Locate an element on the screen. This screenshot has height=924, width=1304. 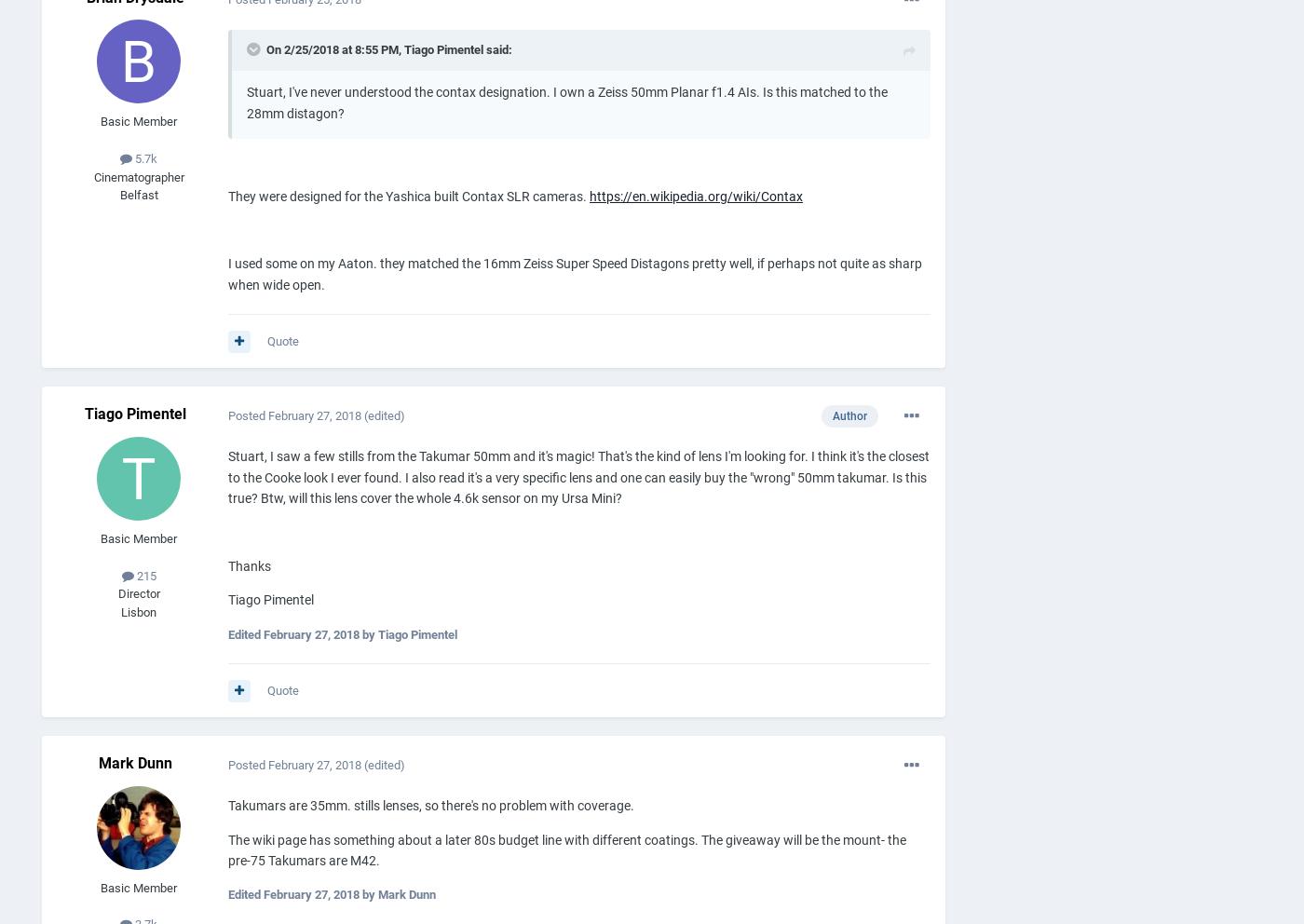
'Takumars are 35mm. stills lenses, so there's no problem with coverage.' is located at coordinates (430, 805).